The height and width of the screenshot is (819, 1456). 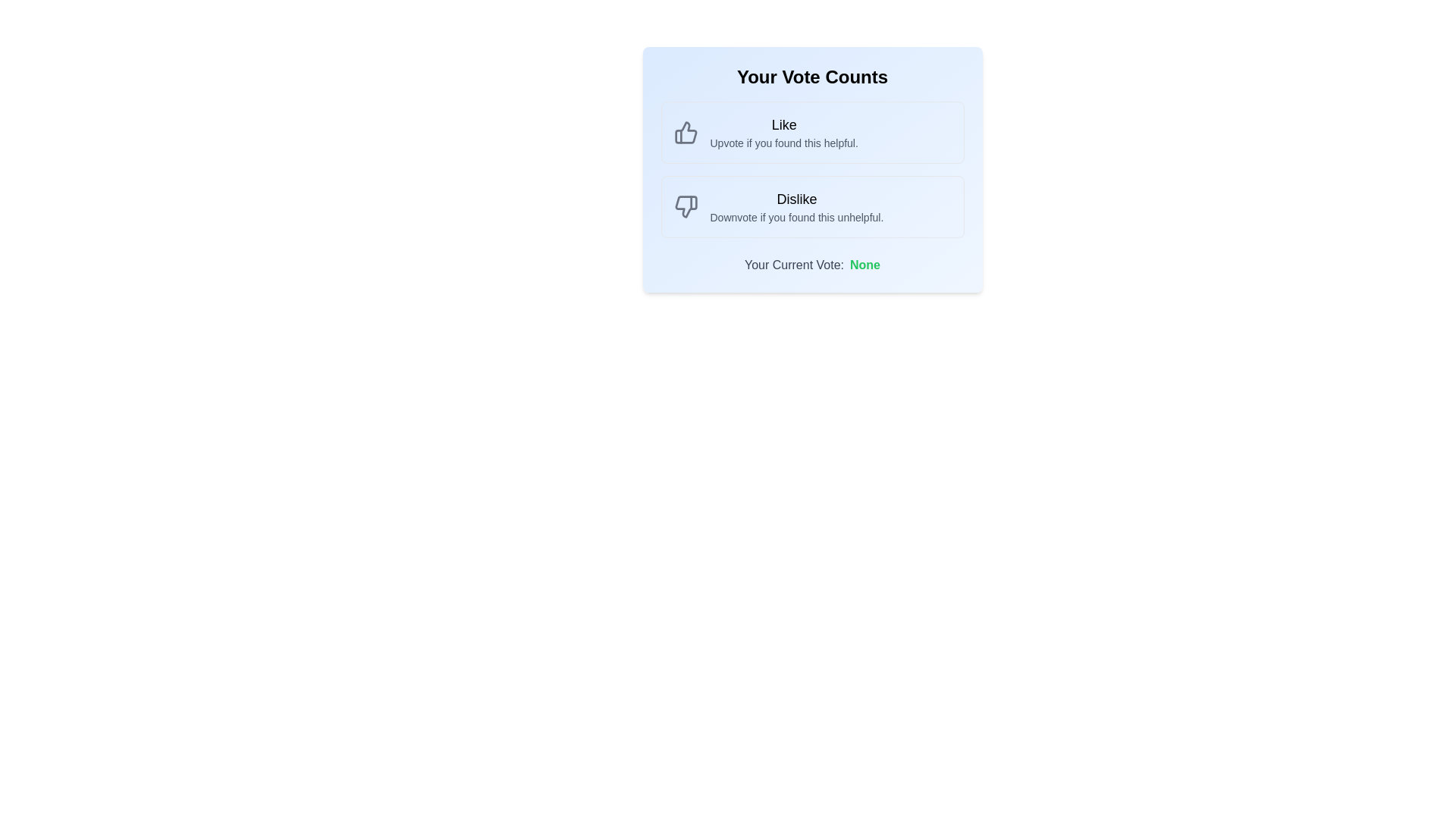 What do you see at coordinates (784, 131) in the screenshot?
I see `the 'Like' text label that displays 'Like' in bold and 'Upvote if you found this helpful.' in gray, located within a bordered card titled 'Your Vote Counts.'` at bounding box center [784, 131].